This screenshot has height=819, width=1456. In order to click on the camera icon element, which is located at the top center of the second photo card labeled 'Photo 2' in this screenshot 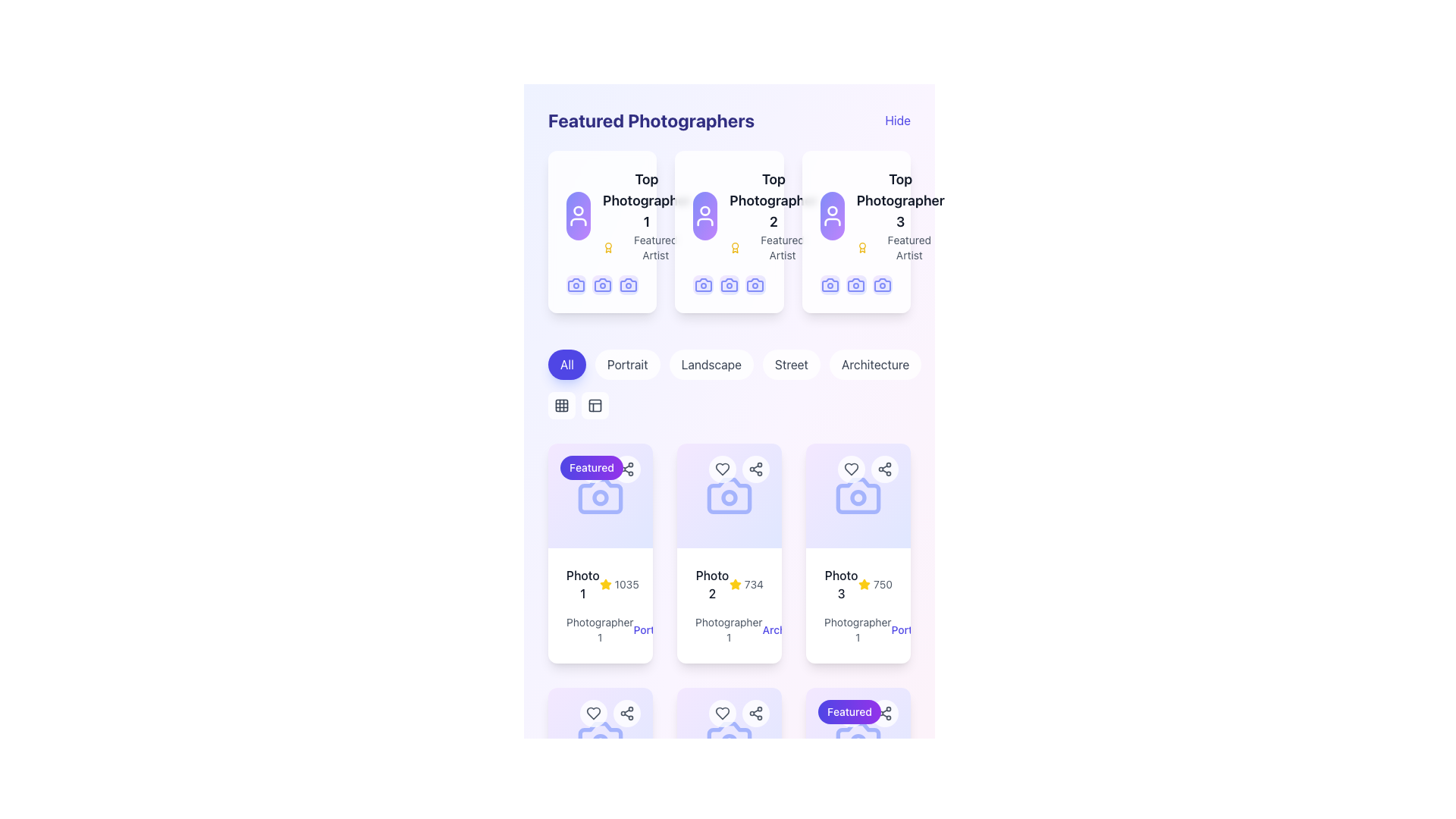, I will do `click(729, 496)`.